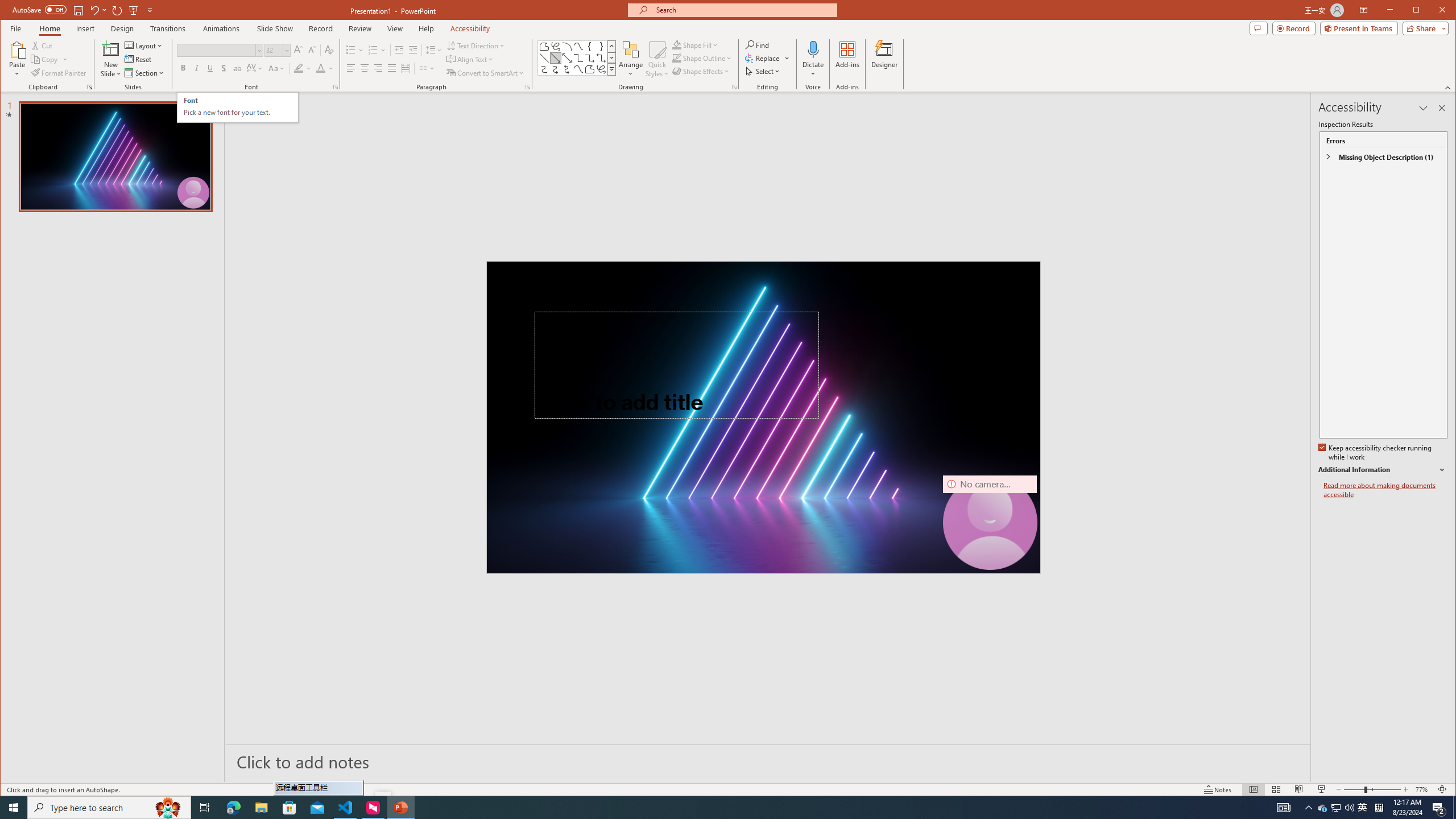  Describe the element at coordinates (601, 58) in the screenshot. I see `'Connector: Elbow Double-Arrow'` at that location.